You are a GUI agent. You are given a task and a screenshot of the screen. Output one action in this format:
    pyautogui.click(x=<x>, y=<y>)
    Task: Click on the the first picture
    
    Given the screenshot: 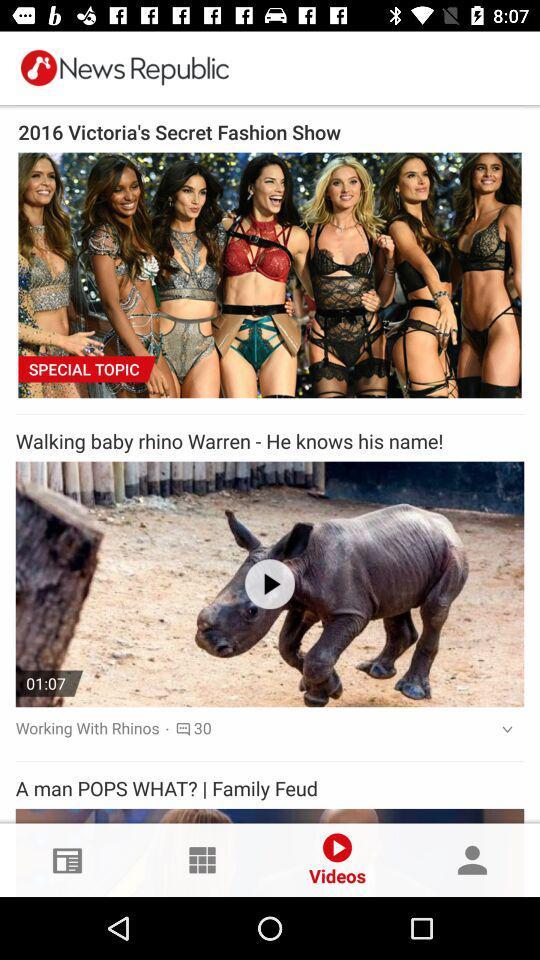 What is the action you would take?
    pyautogui.click(x=270, y=274)
    